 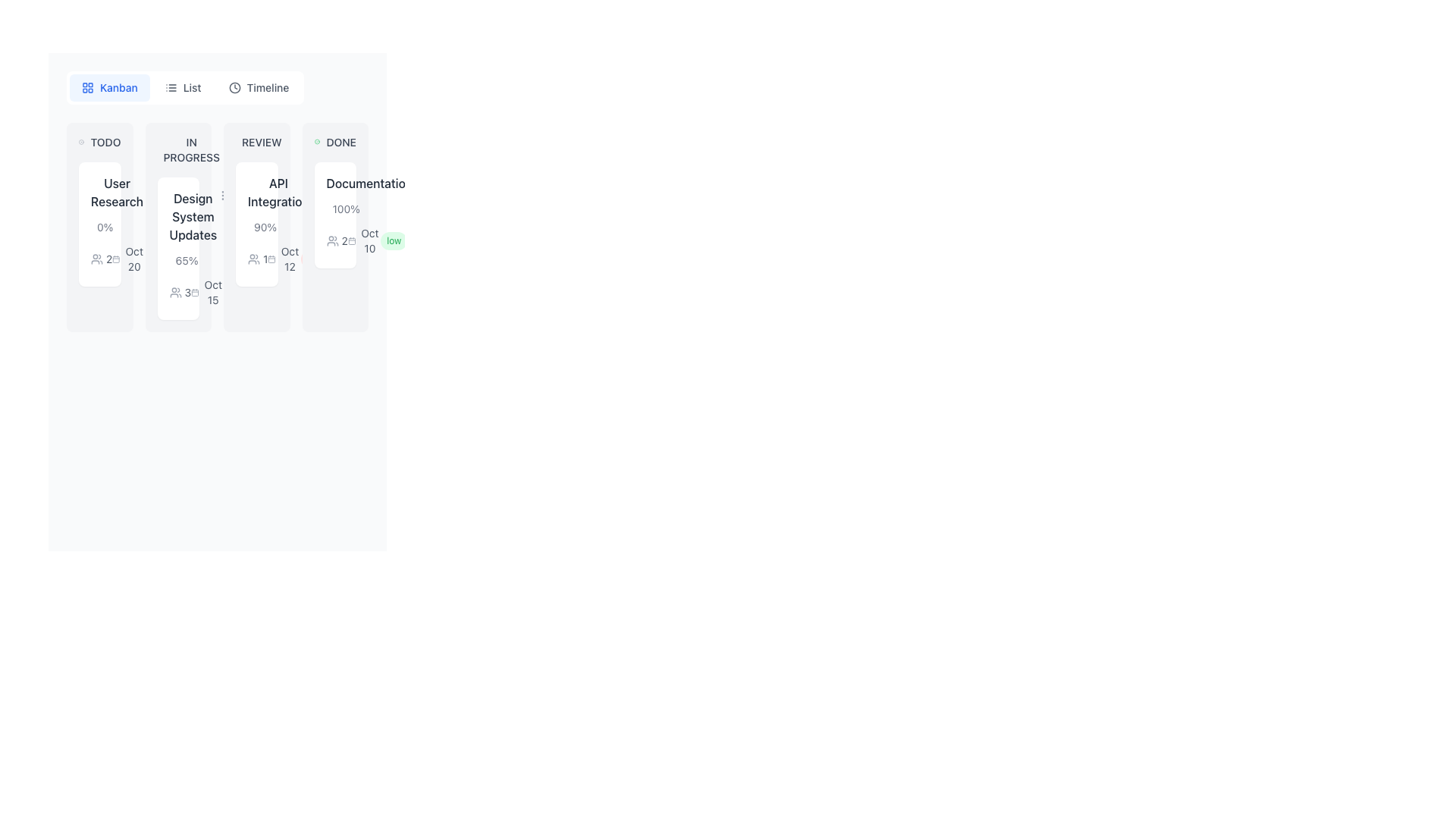 What do you see at coordinates (212, 292) in the screenshot?
I see `the static text 'Oct 15' styled in gray color, located under the task card titled 'Design System Updates' in the Kanban board interface, positioned below the percentage completion text '65%' and alongside a gray calendar icon` at bounding box center [212, 292].